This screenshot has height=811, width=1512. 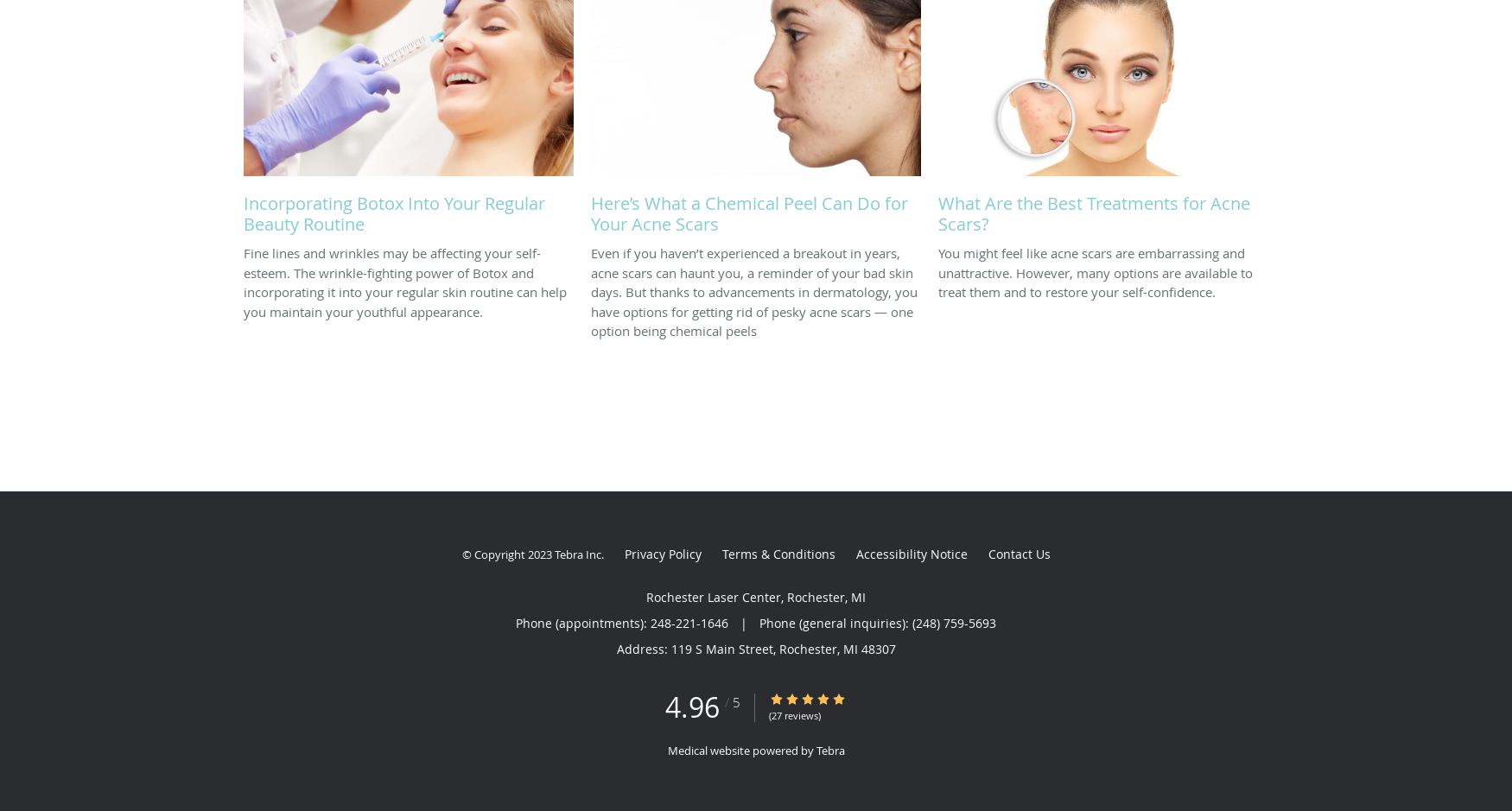 What do you see at coordinates (1017, 553) in the screenshot?
I see `'Contact Us'` at bounding box center [1017, 553].